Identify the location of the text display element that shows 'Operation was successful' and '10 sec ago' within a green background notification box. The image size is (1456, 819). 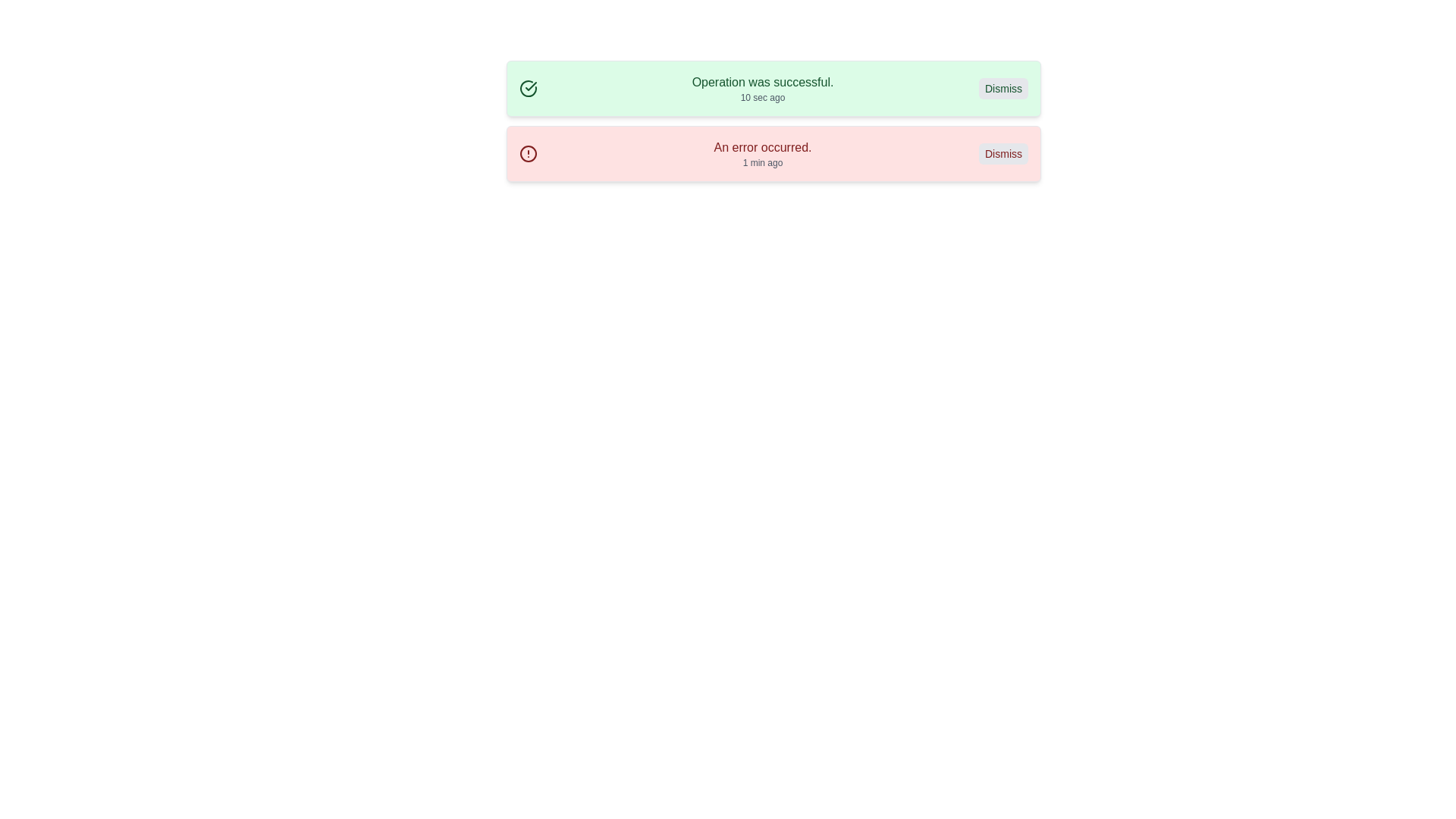
(763, 88).